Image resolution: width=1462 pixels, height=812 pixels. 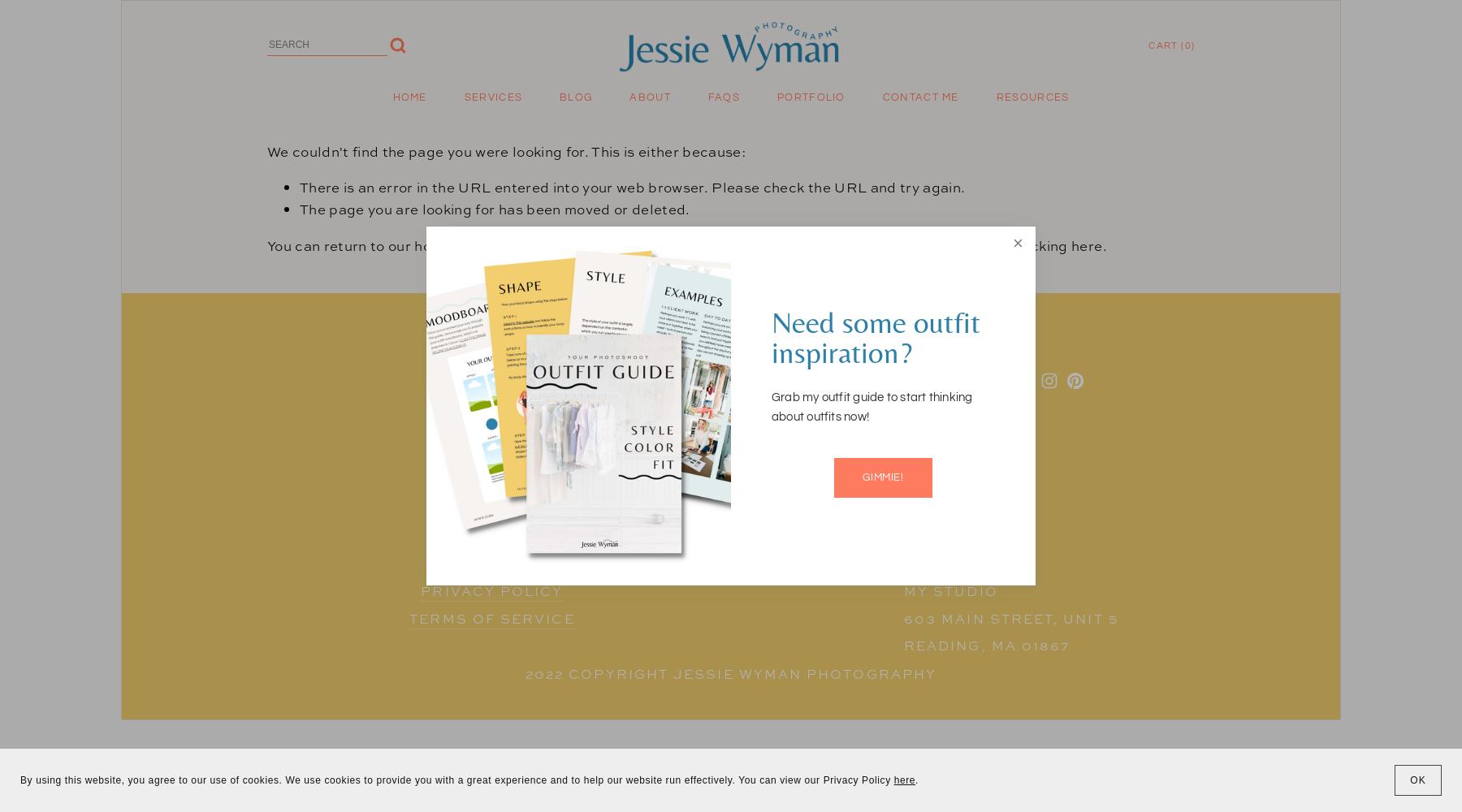 I want to click on 'There is an error in the URL entered into your web browser. Please check the URL and try again.', so click(x=300, y=186).